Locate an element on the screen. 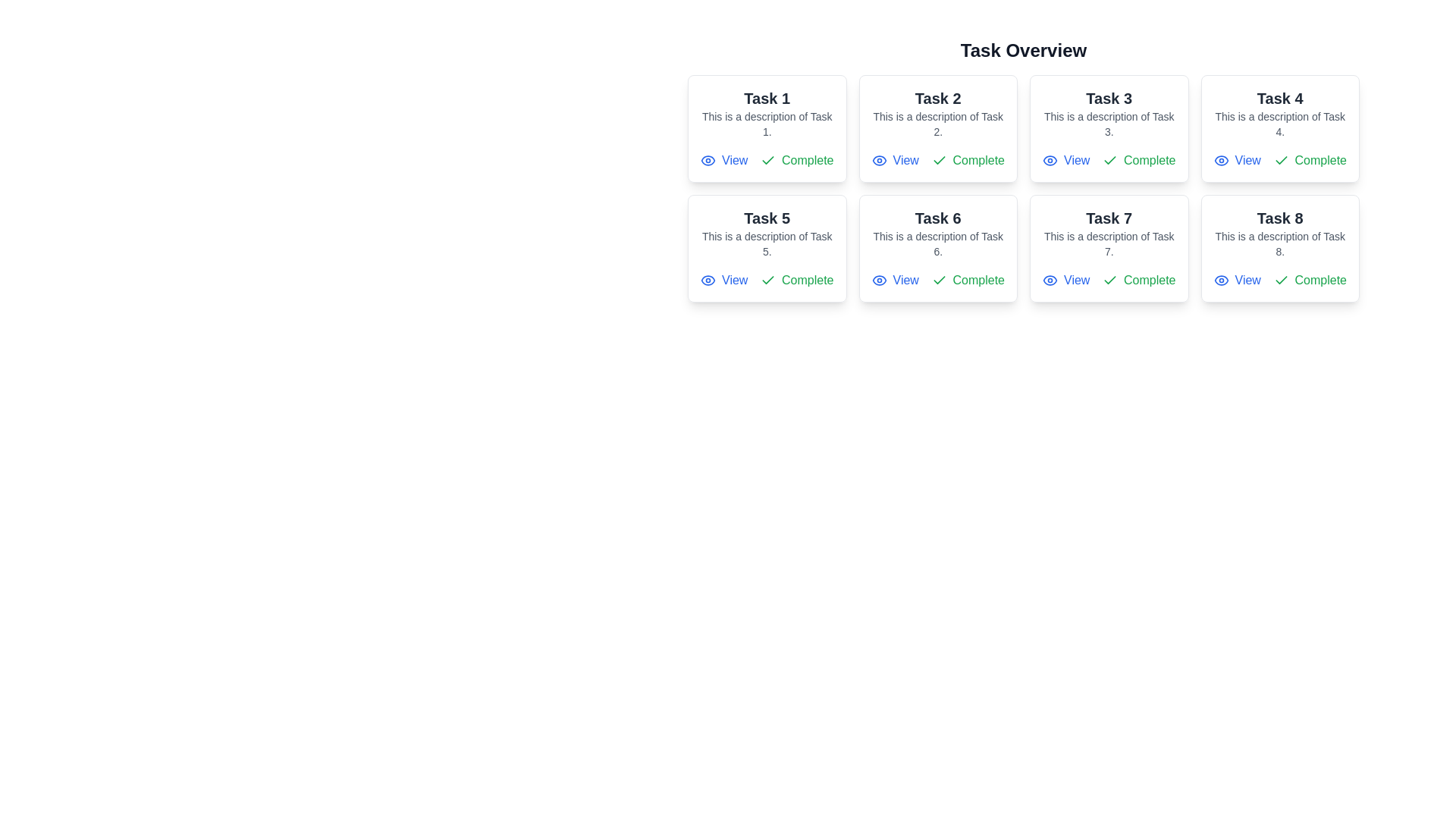 The width and height of the screenshot is (1456, 819). the outer curved contour of the eye-shaped icon representing the 'view' or 'visibility' function is located at coordinates (1050, 281).